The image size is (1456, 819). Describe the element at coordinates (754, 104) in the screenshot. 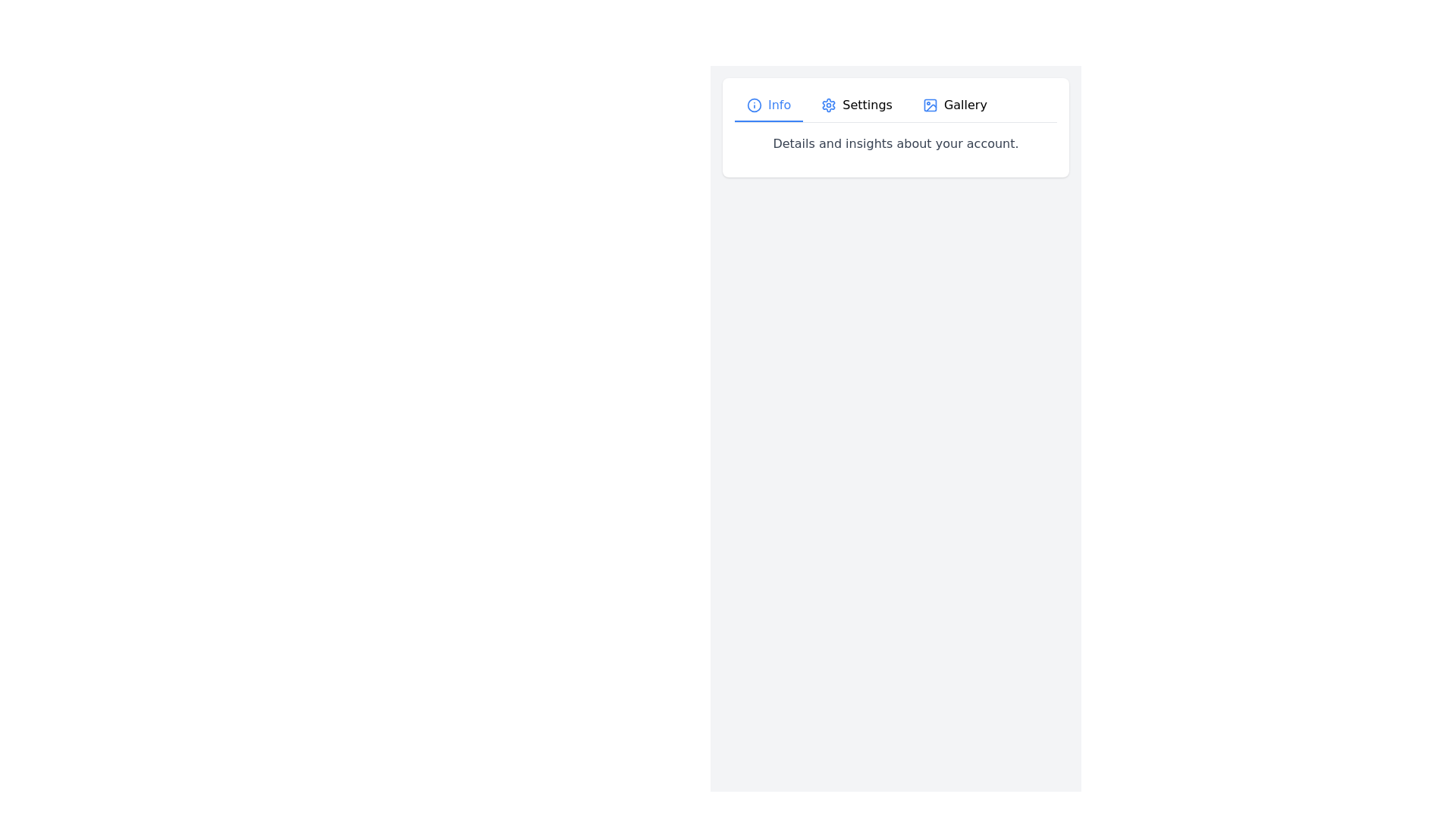

I see `the blue circular outline element that is part of the 'Info' icon, located at the top-left corner of the content box` at that location.